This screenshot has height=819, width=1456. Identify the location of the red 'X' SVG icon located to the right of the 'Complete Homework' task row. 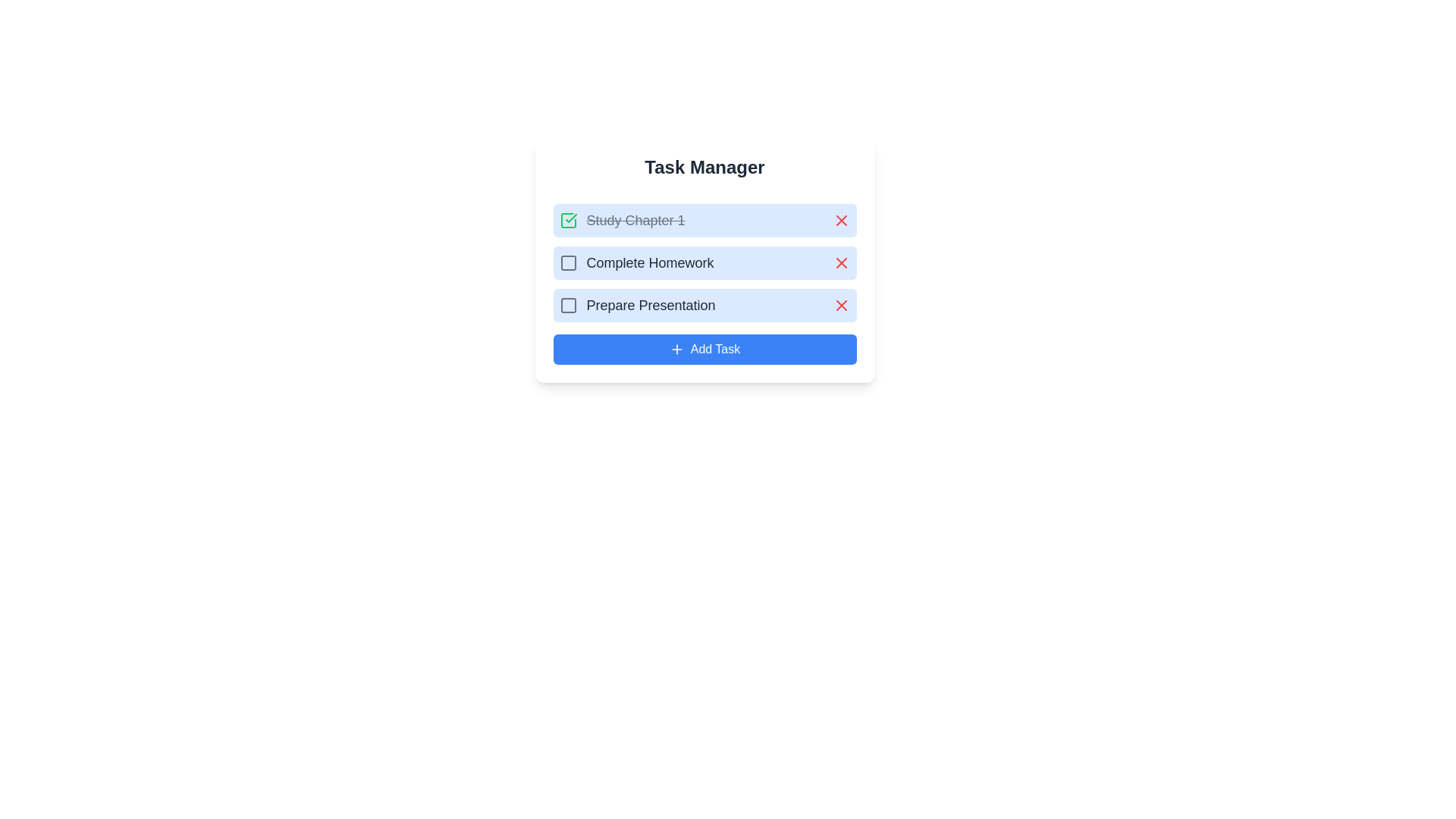
(840, 262).